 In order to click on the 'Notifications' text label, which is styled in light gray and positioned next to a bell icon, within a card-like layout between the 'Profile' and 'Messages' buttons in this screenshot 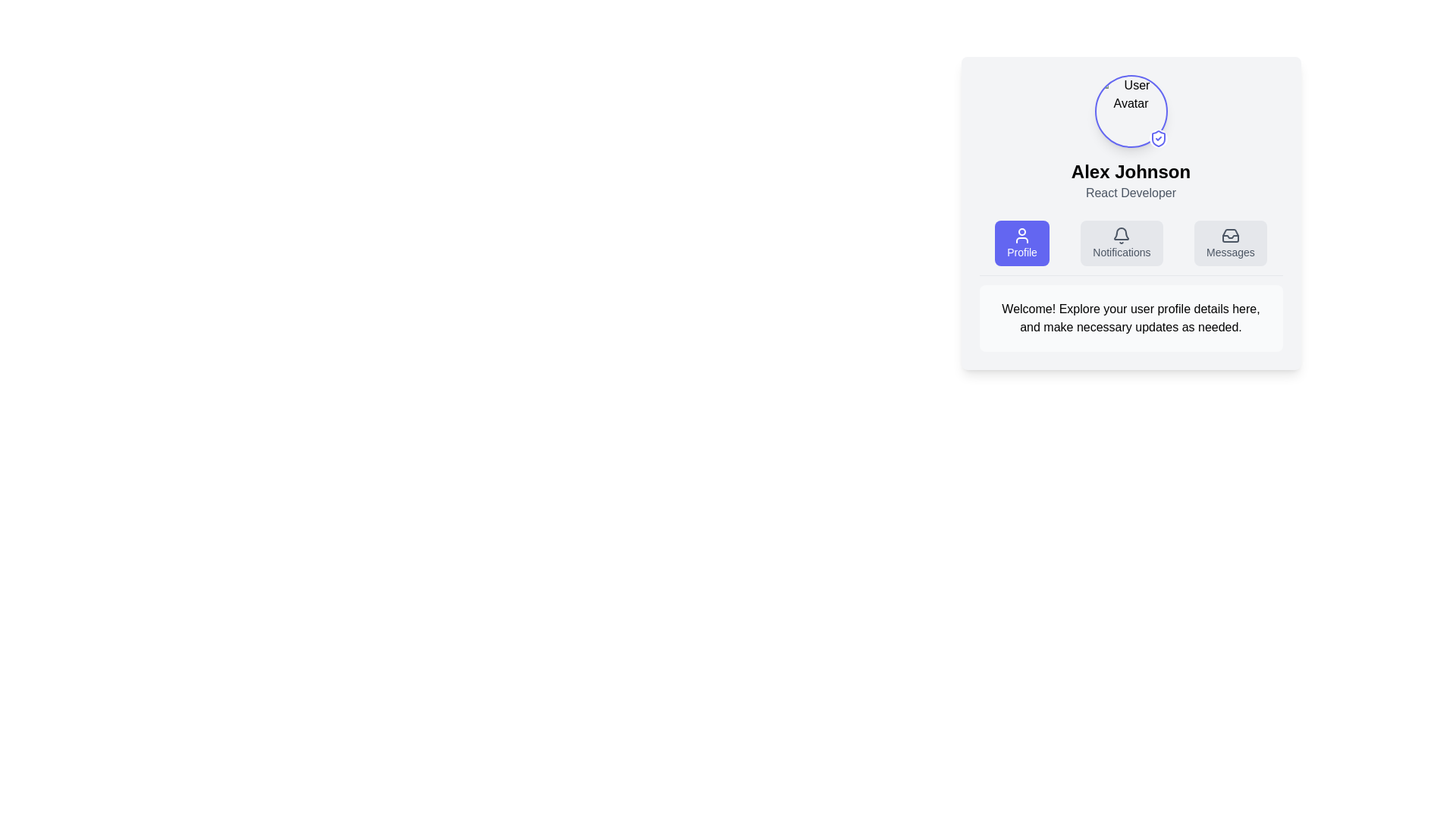, I will do `click(1122, 251)`.